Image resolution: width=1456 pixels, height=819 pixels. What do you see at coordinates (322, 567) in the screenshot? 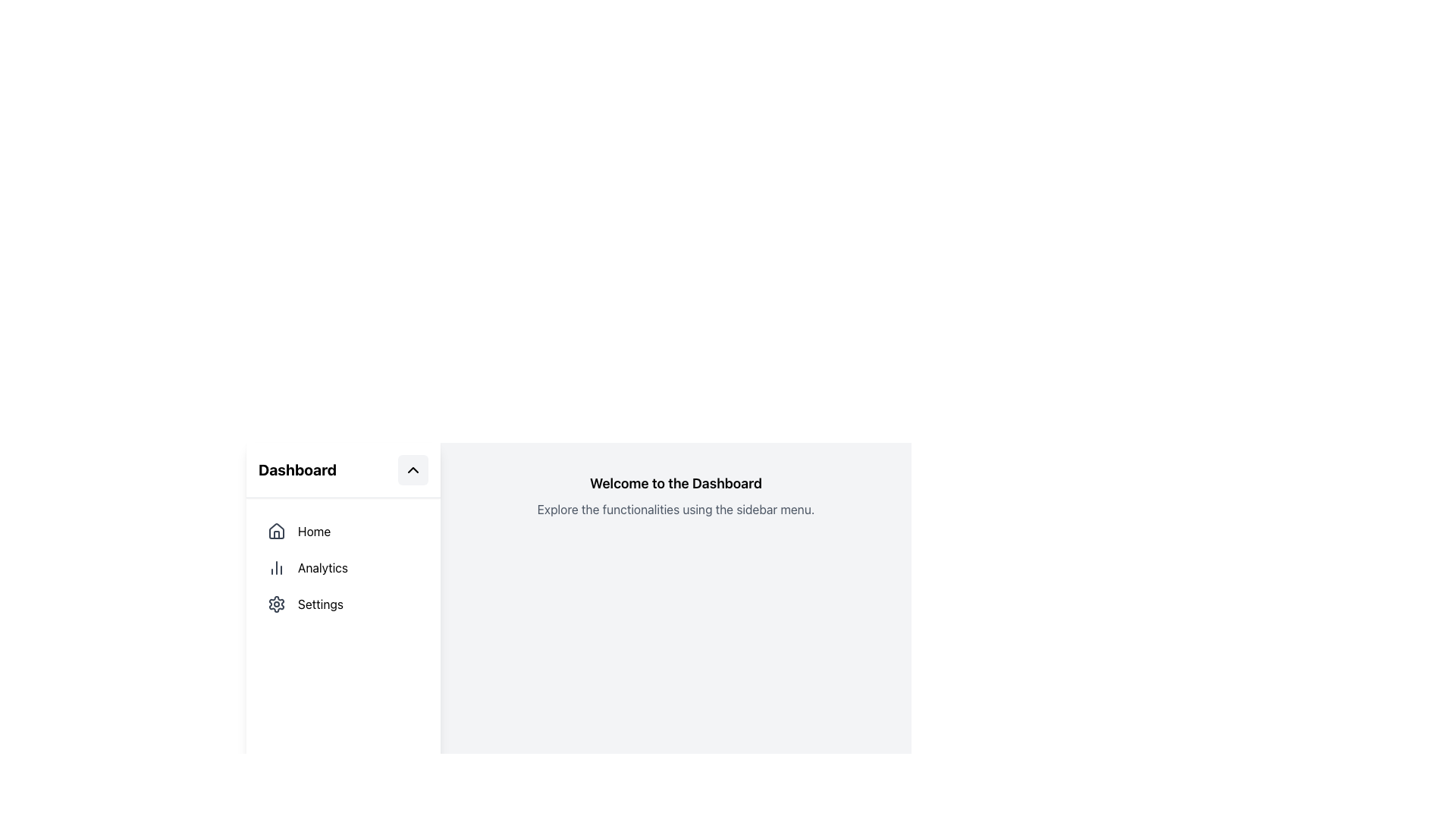
I see `the 'Analytics' text label in the vertical menu` at bounding box center [322, 567].